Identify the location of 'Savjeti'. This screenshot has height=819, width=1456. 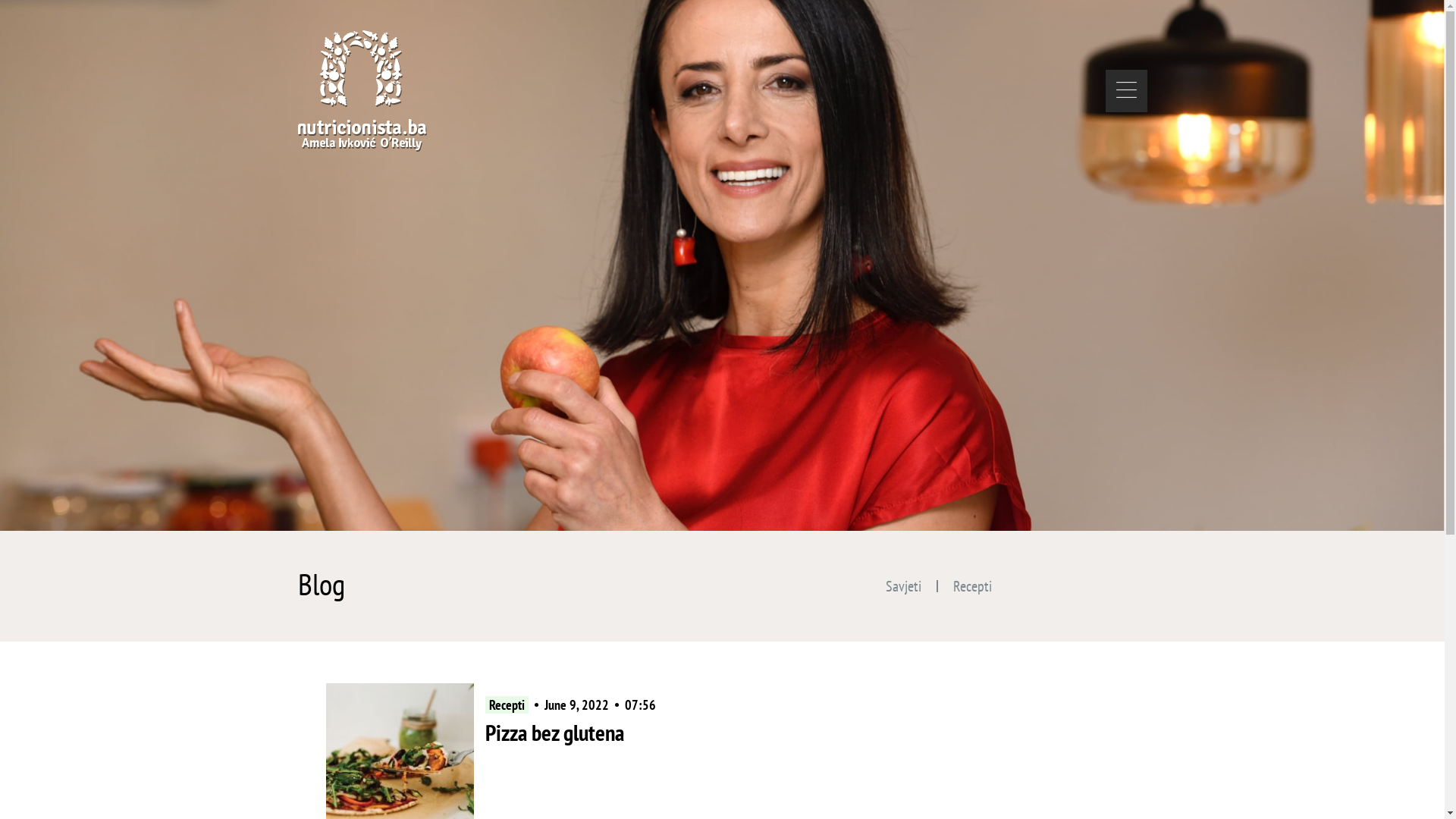
(903, 585).